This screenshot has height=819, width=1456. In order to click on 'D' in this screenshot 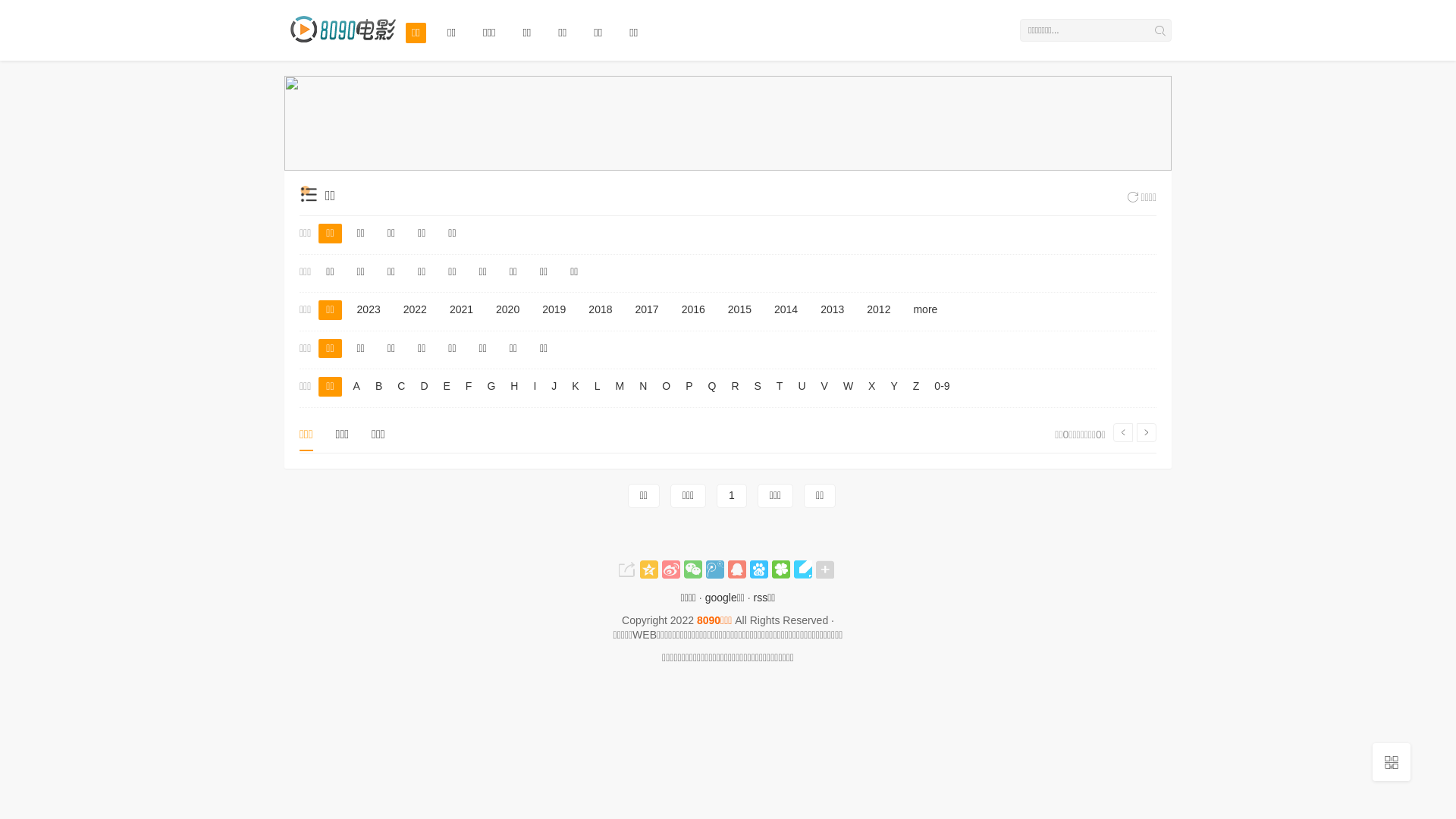, I will do `click(423, 385)`.